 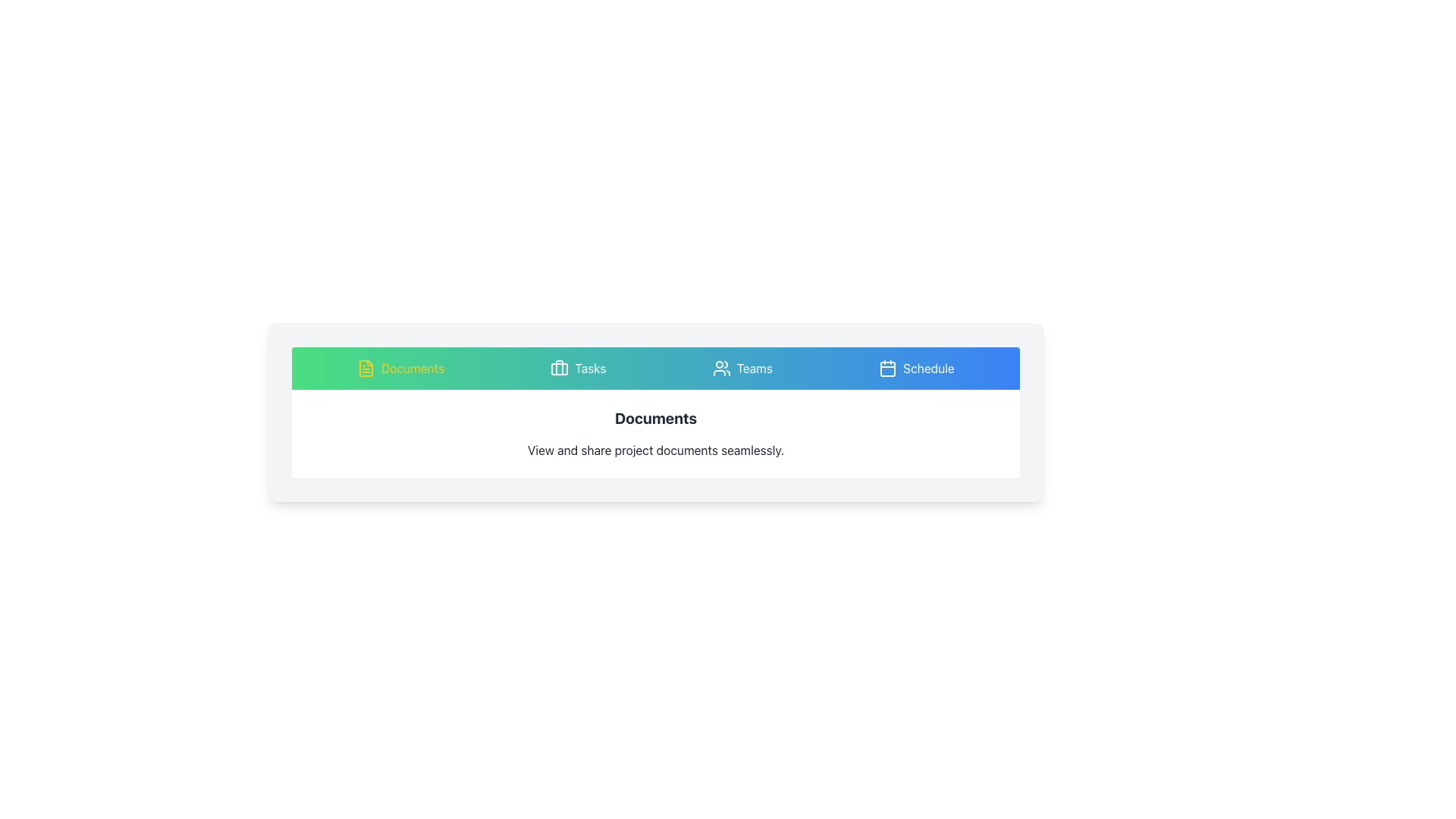 I want to click on the blue 'Teams' button in the navigation bar, so click(x=742, y=369).